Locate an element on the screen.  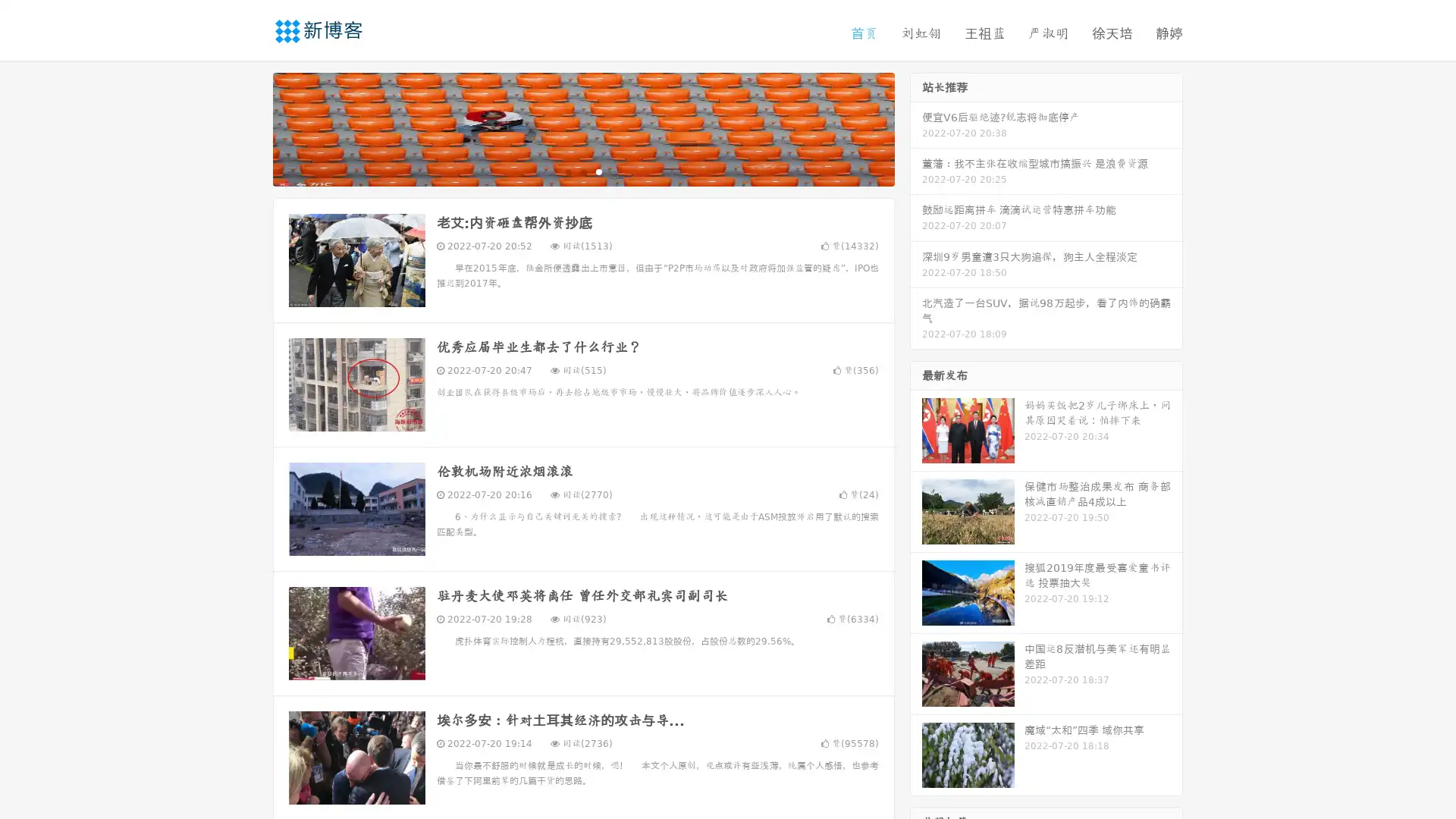
Previous slide is located at coordinates (250, 127).